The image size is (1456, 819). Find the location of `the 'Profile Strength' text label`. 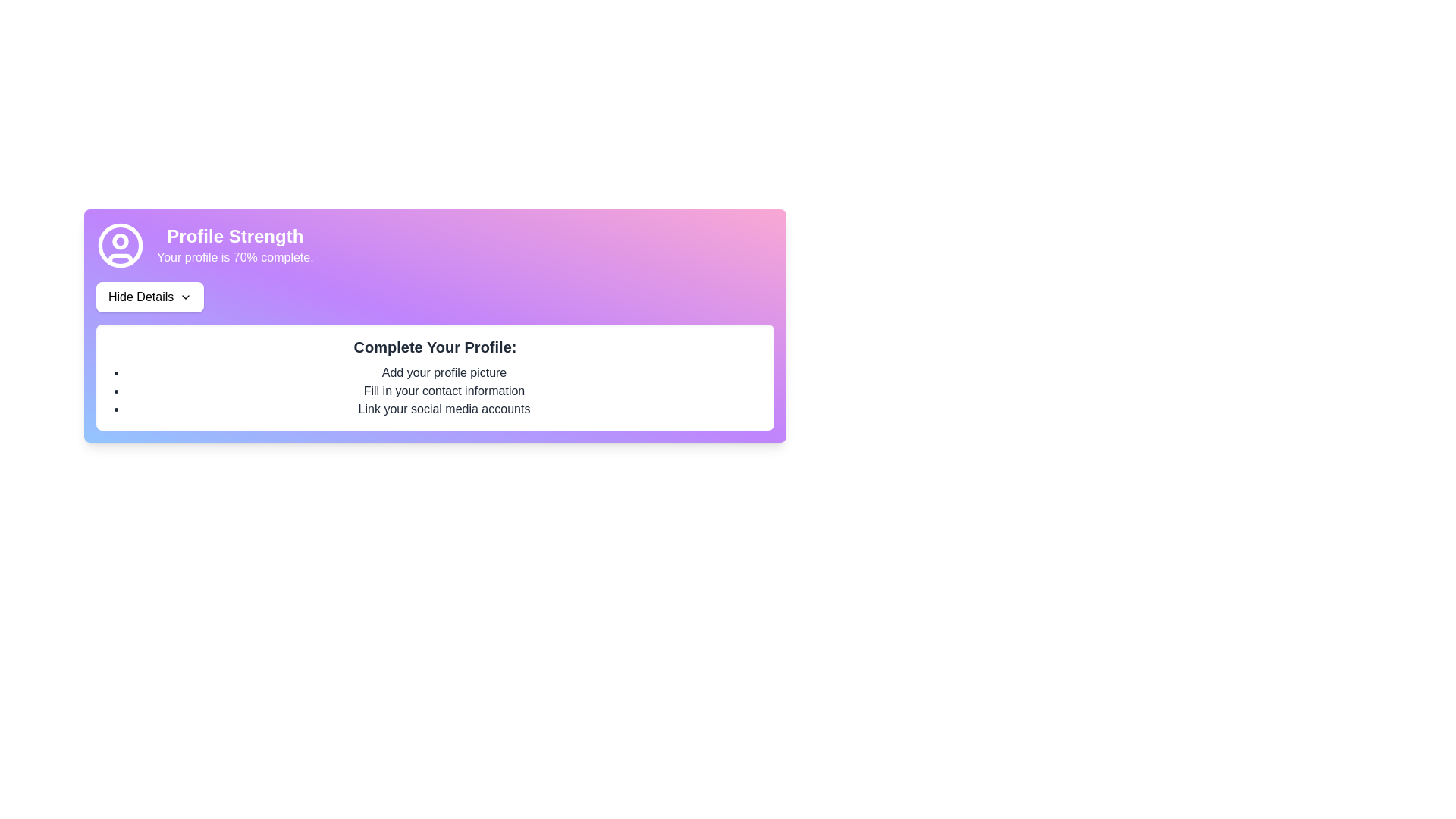

the 'Profile Strength' text label is located at coordinates (234, 245).